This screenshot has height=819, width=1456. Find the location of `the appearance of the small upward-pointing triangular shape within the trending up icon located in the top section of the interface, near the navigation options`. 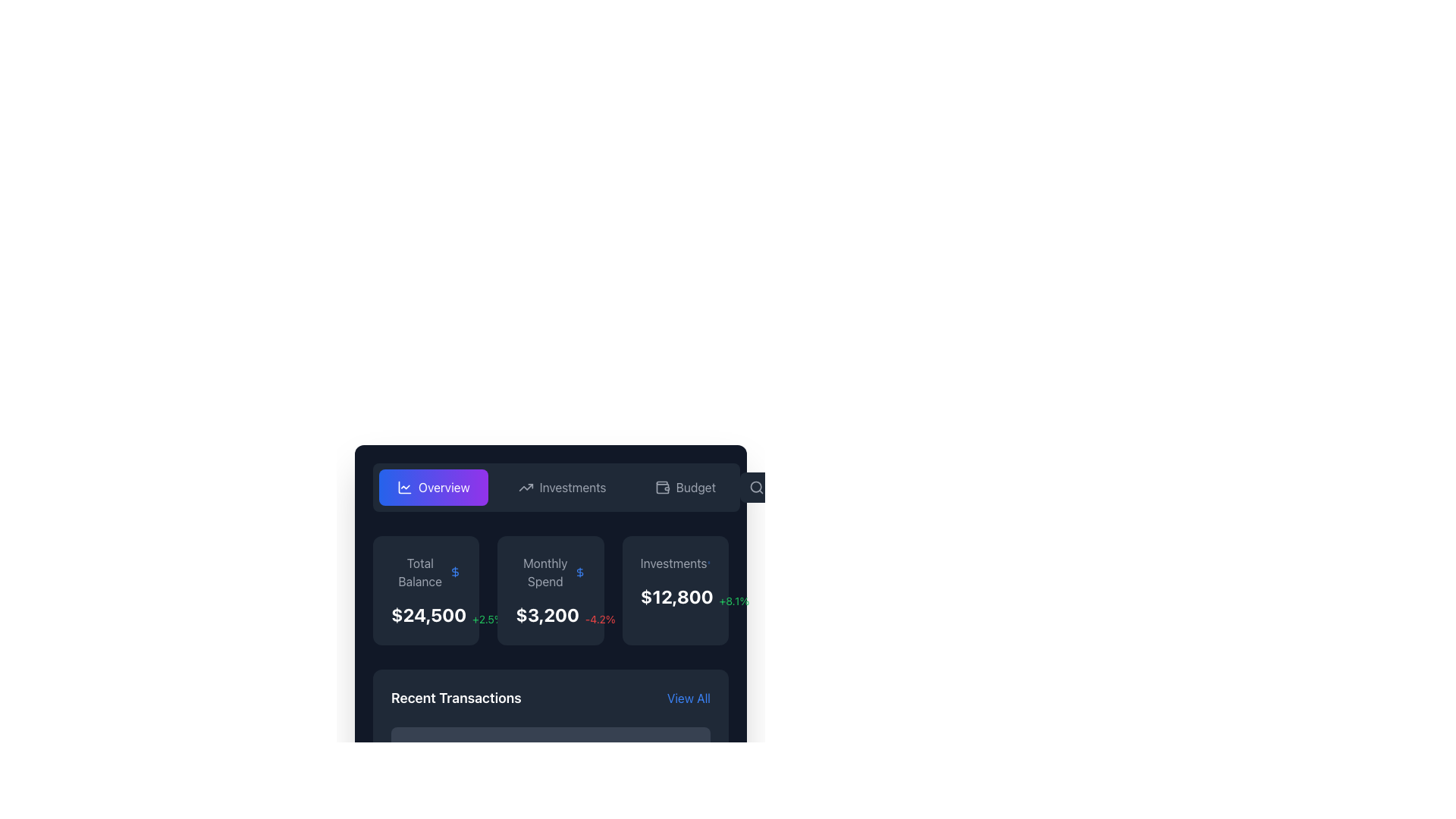

the appearance of the small upward-pointing triangular shape within the trending up icon located in the top section of the interface, near the navigation options is located at coordinates (526, 488).